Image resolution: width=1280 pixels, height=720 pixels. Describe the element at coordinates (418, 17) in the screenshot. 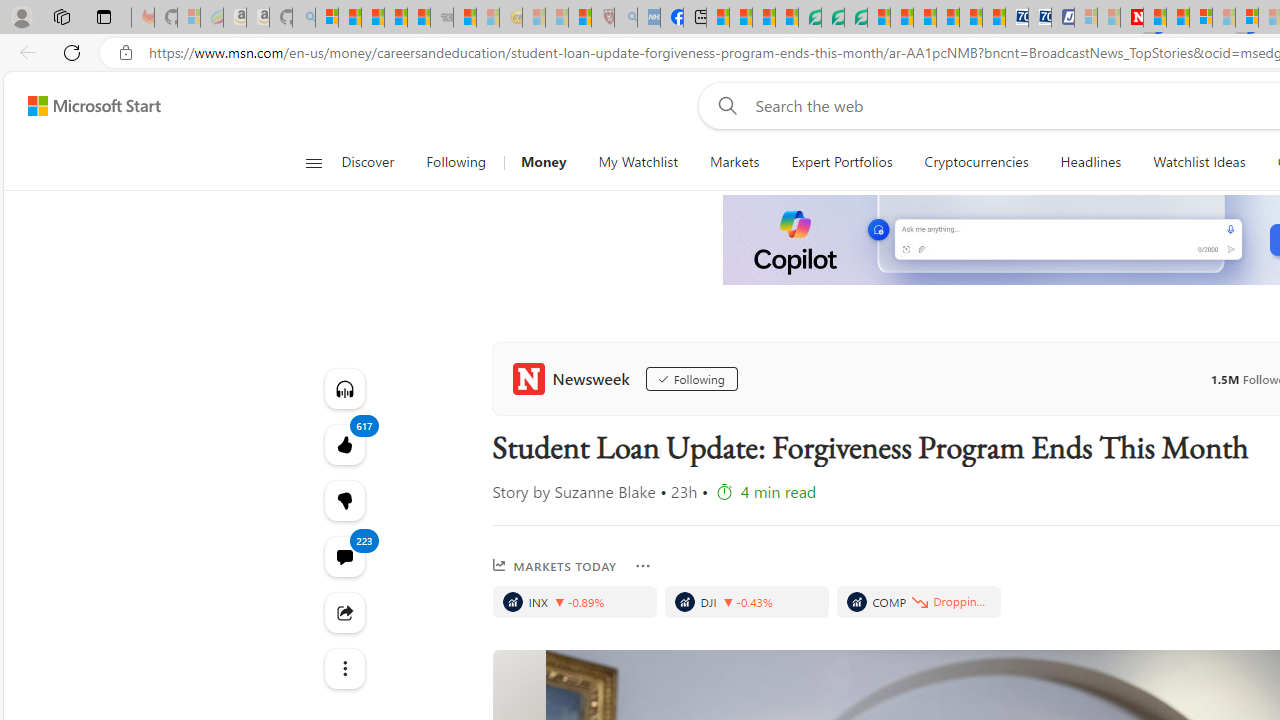

I see `'New Report Confirms 2023 Was Record Hot | Watch'` at that location.